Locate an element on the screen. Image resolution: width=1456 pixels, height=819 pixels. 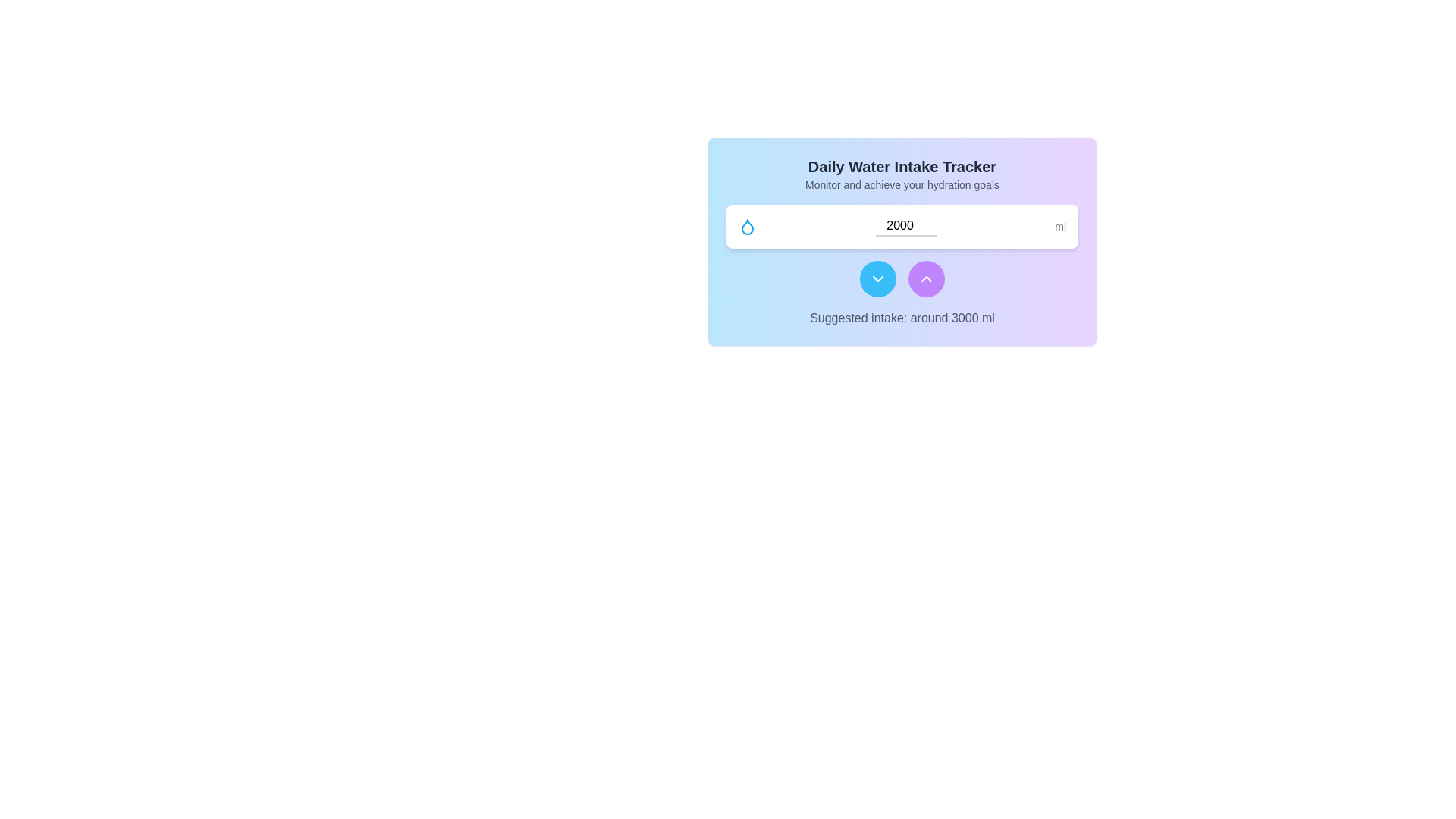
the blue droplet-shaped icon located to the left of the numeric input field labeled '2000' in the 'Daily Water Intake Tracker' card is located at coordinates (747, 227).